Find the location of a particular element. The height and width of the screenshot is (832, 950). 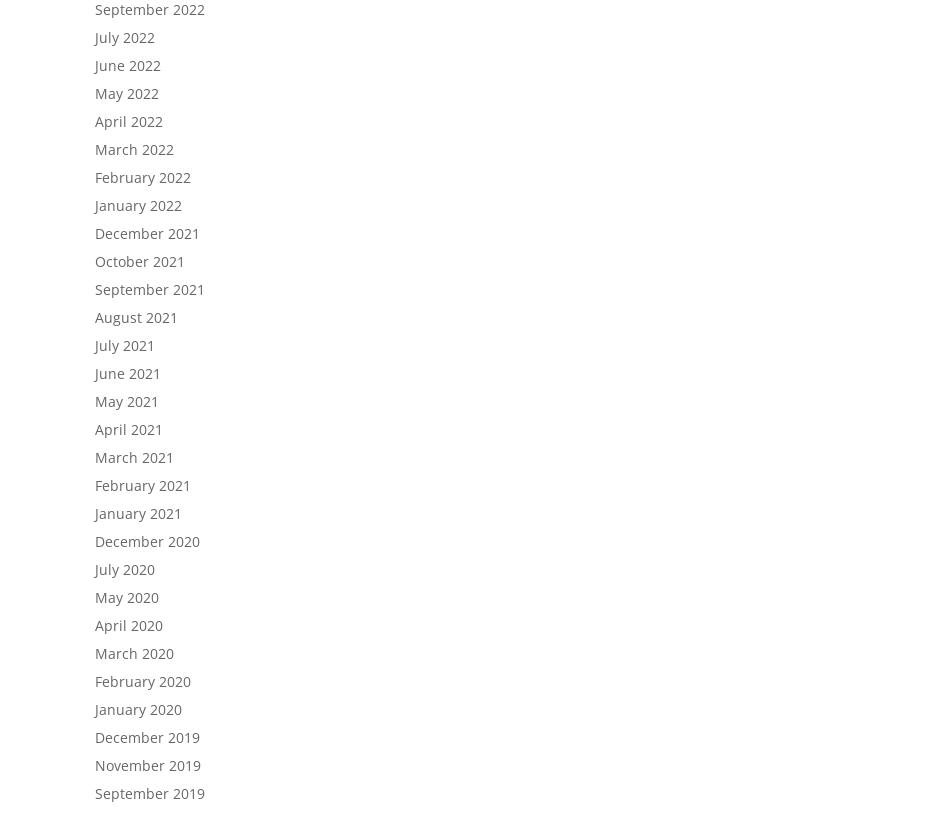

'August 2021' is located at coordinates (136, 317).